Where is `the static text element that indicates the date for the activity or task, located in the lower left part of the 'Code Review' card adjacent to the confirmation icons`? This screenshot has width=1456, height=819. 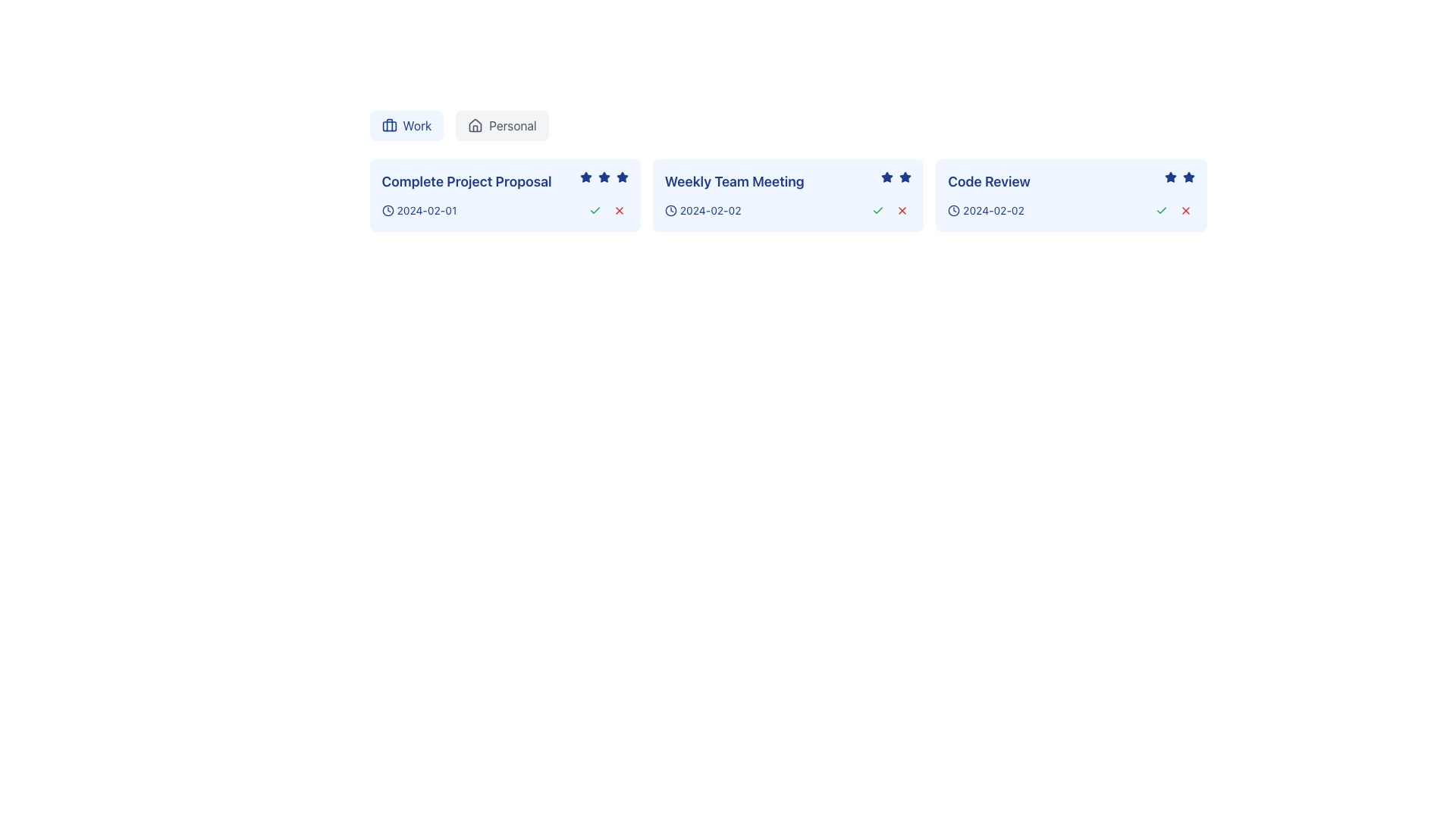
the static text element that indicates the date for the activity or task, located in the lower left part of the 'Code Review' card adjacent to the confirmation icons is located at coordinates (986, 210).